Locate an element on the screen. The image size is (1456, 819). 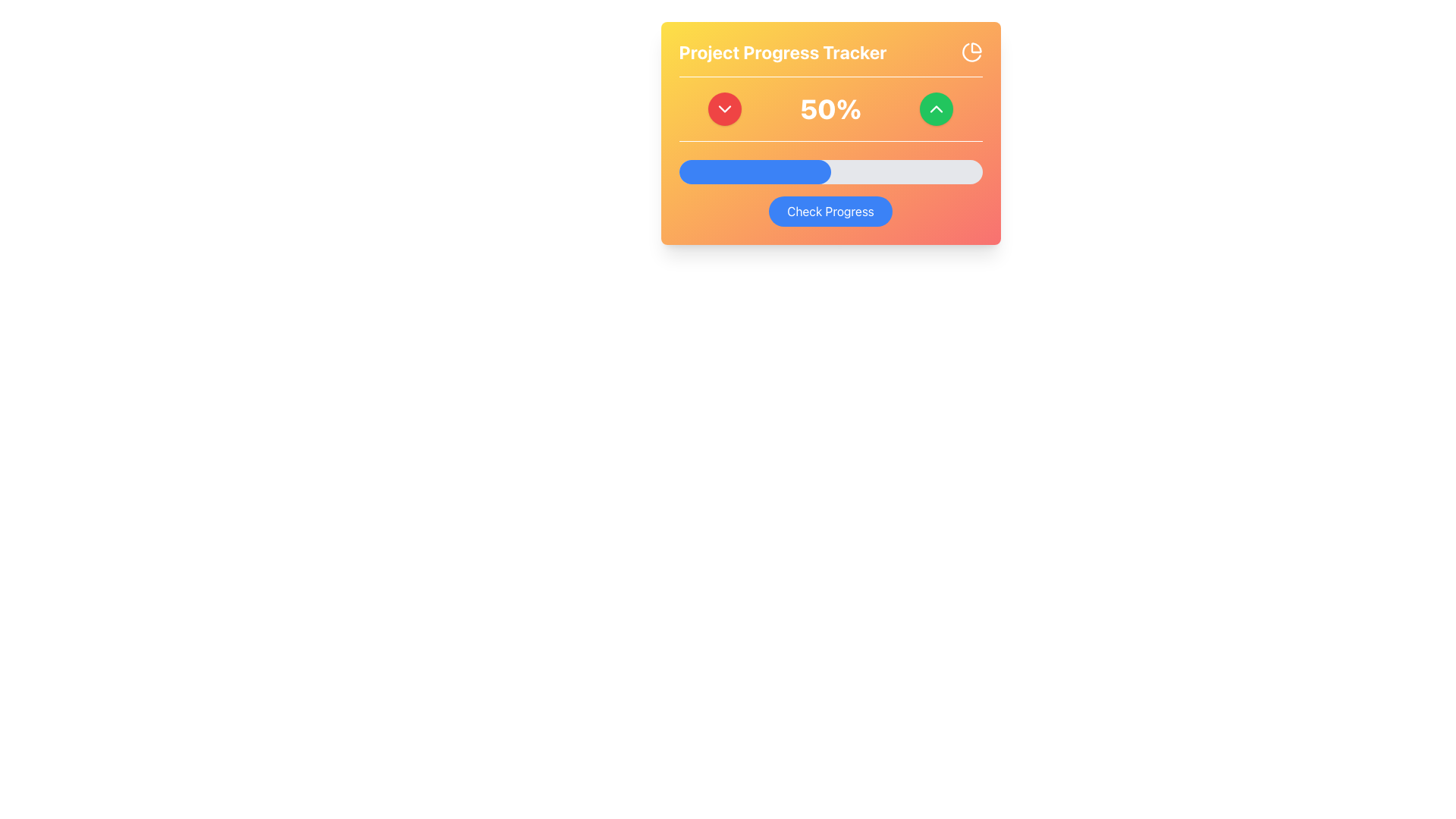
the small, stylized upward chevron icon within the green circular button located in the upper-right corner of the 'Project Progress Tracker' section is located at coordinates (936, 108).